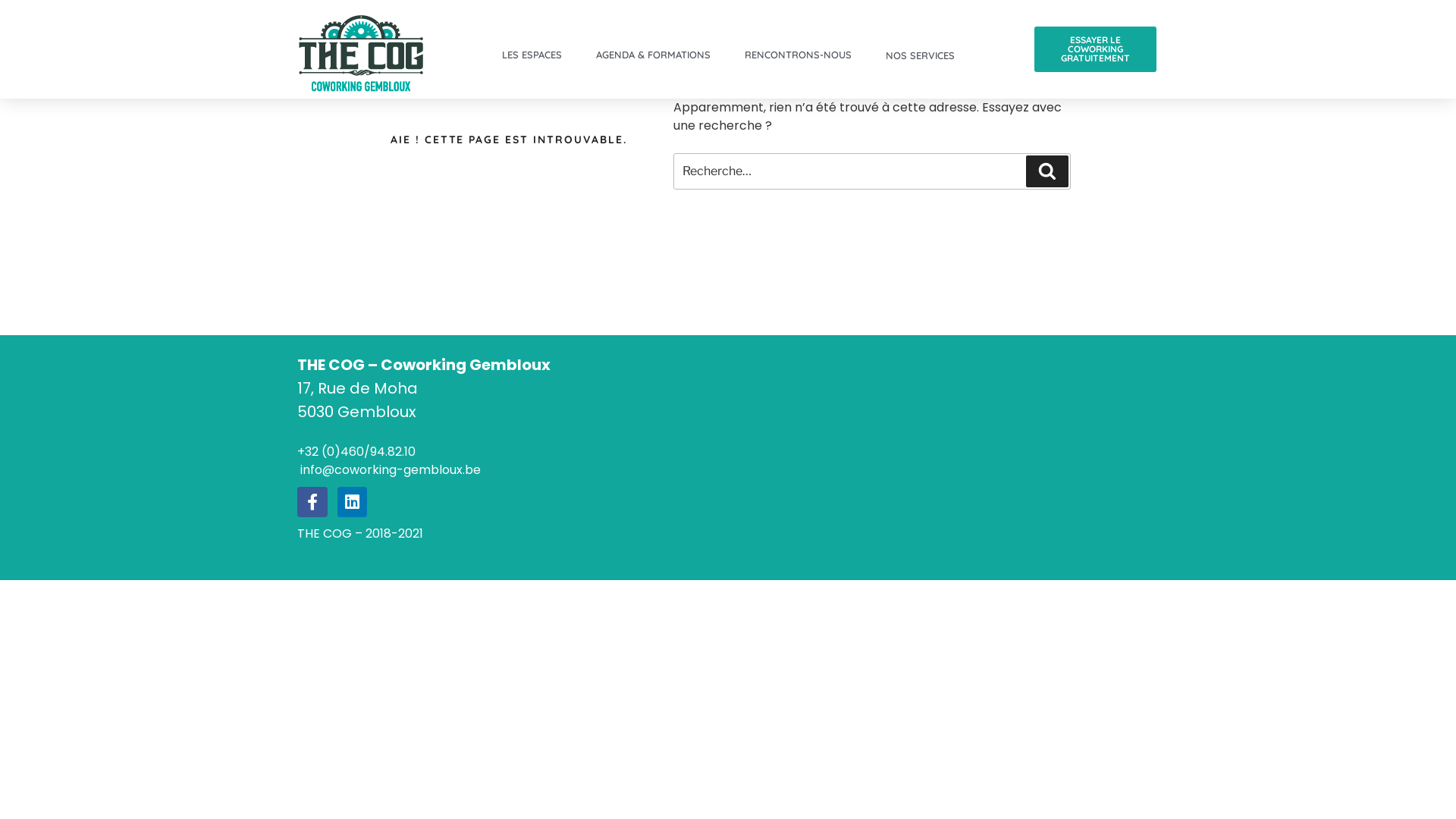 The height and width of the screenshot is (819, 1456). Describe the element at coordinates (356, 450) in the screenshot. I see `'+32 (0)460/94.82.10'` at that location.